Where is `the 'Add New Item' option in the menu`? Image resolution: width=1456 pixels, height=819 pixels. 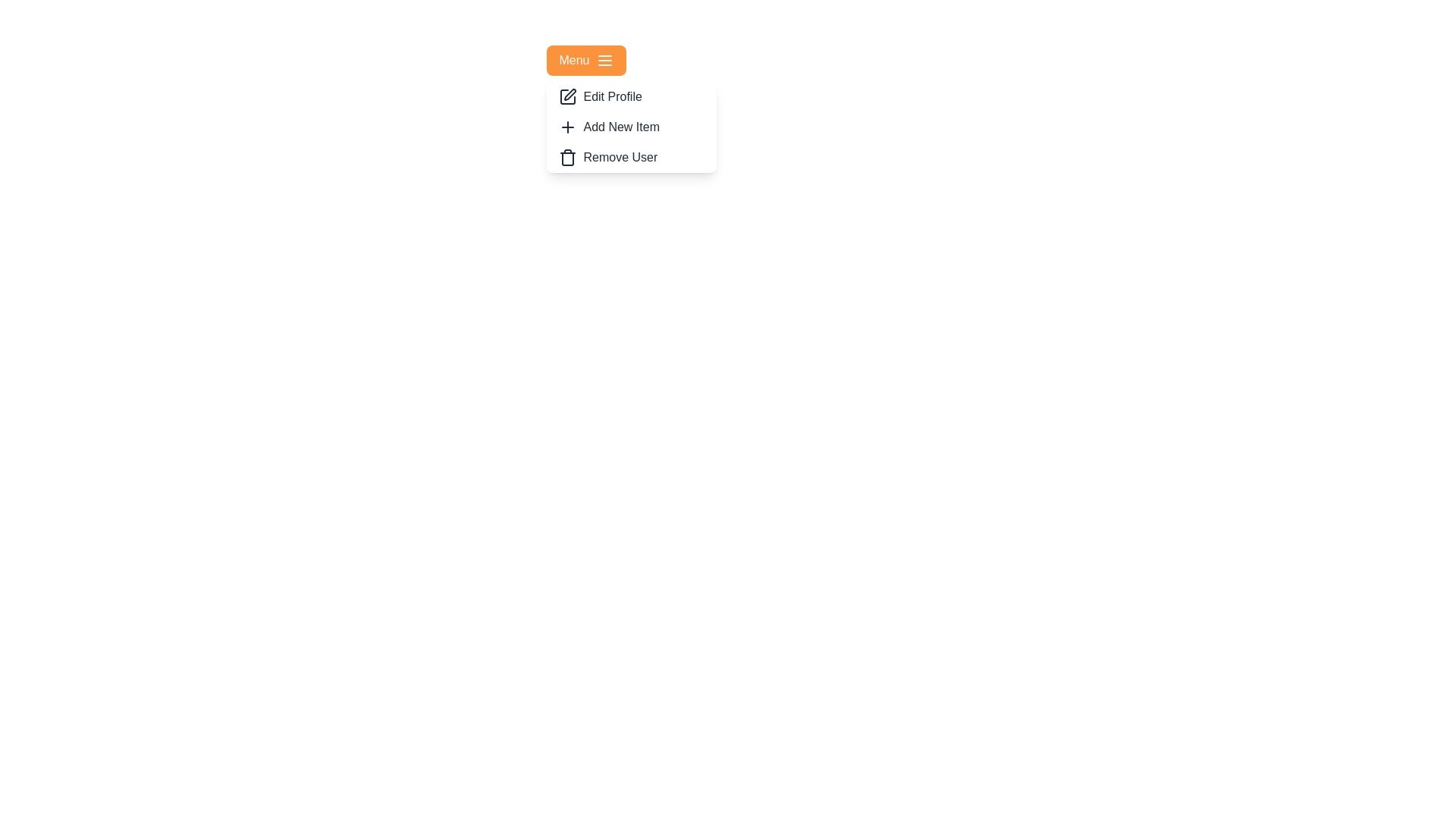 the 'Add New Item' option in the menu is located at coordinates (632, 127).